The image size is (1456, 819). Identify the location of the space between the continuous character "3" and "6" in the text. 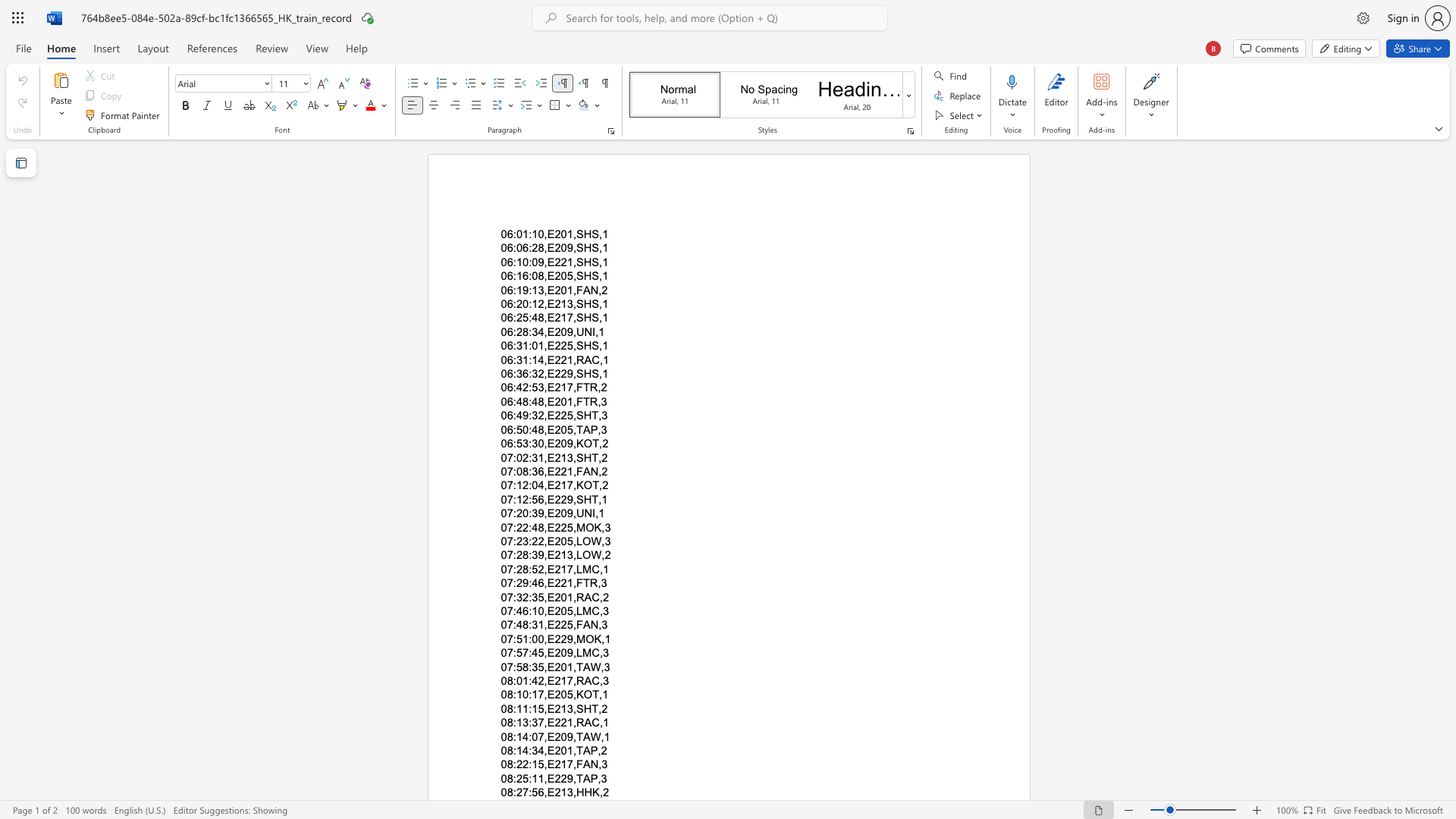
(538, 470).